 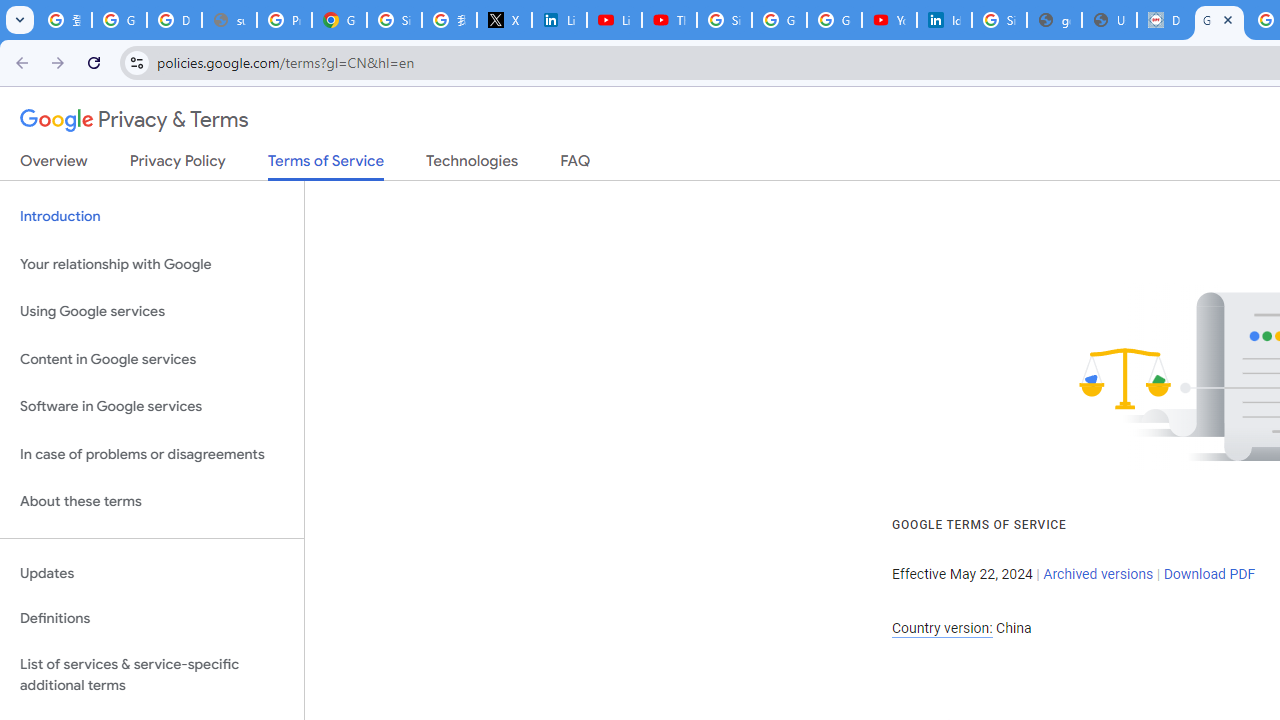 I want to click on 'User Details', so click(x=1108, y=20).